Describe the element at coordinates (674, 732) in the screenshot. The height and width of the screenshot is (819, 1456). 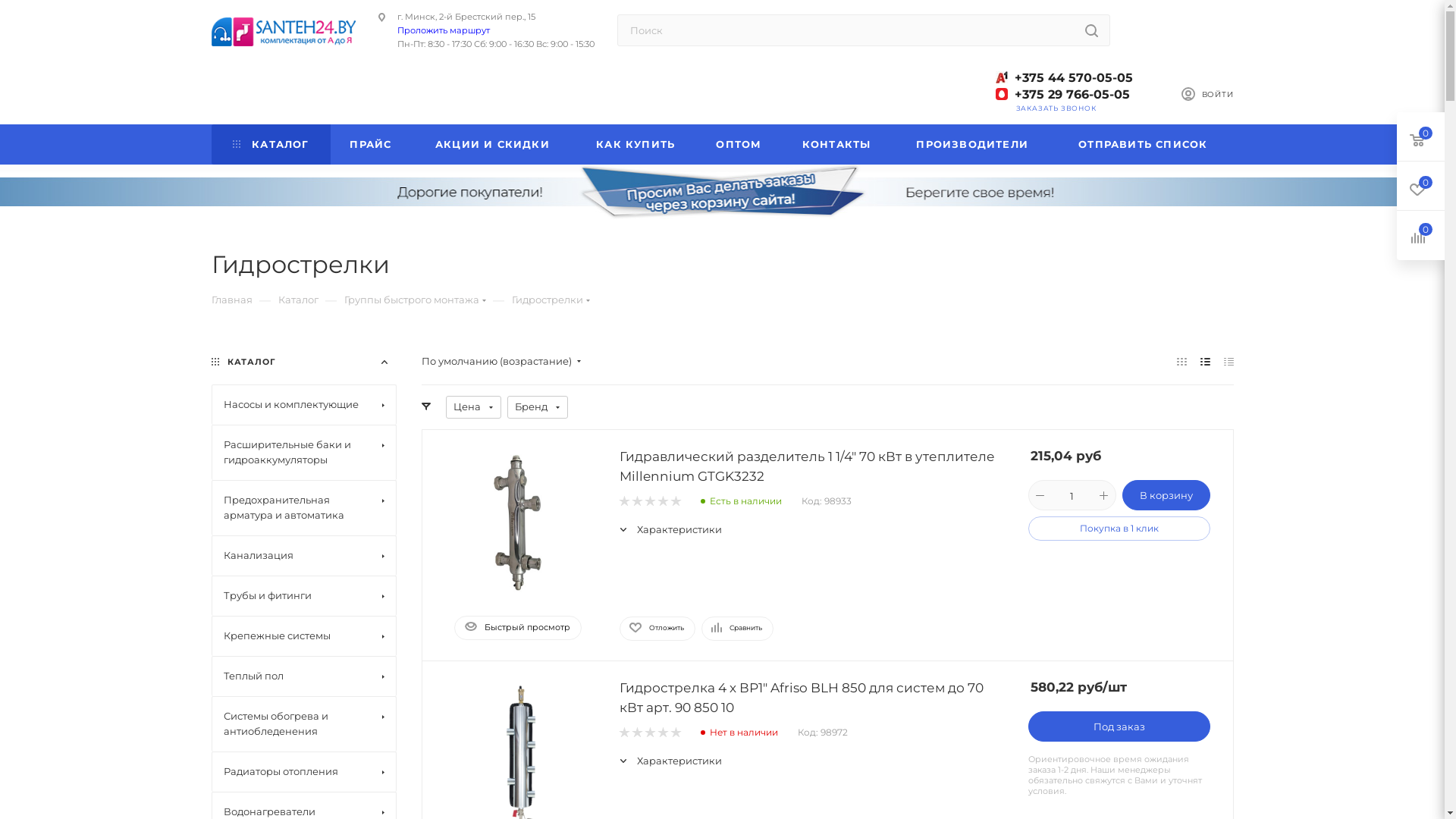
I see `'5'` at that location.